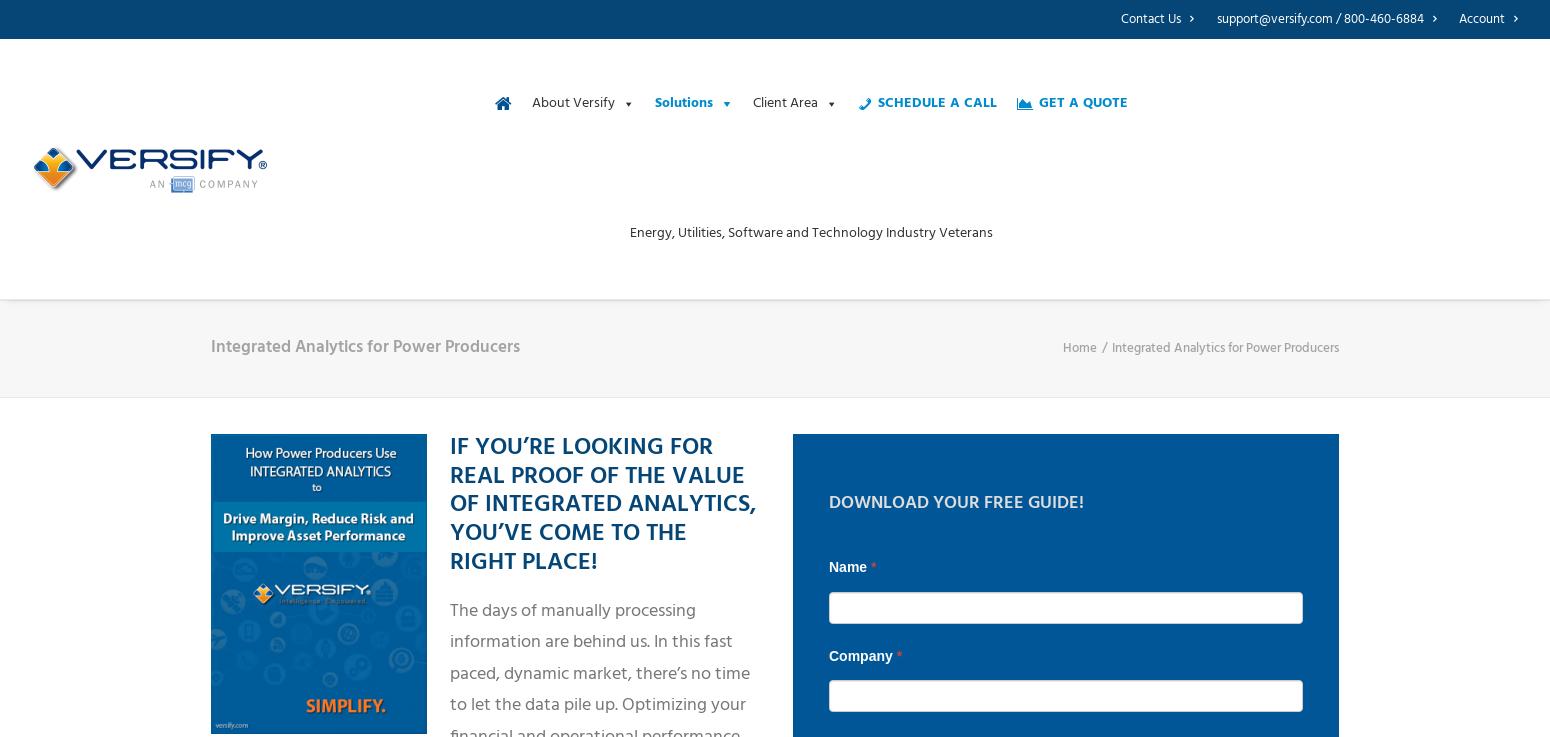 Image resolution: width=1550 pixels, height=737 pixels. What do you see at coordinates (1080, 347) in the screenshot?
I see `'Home'` at bounding box center [1080, 347].